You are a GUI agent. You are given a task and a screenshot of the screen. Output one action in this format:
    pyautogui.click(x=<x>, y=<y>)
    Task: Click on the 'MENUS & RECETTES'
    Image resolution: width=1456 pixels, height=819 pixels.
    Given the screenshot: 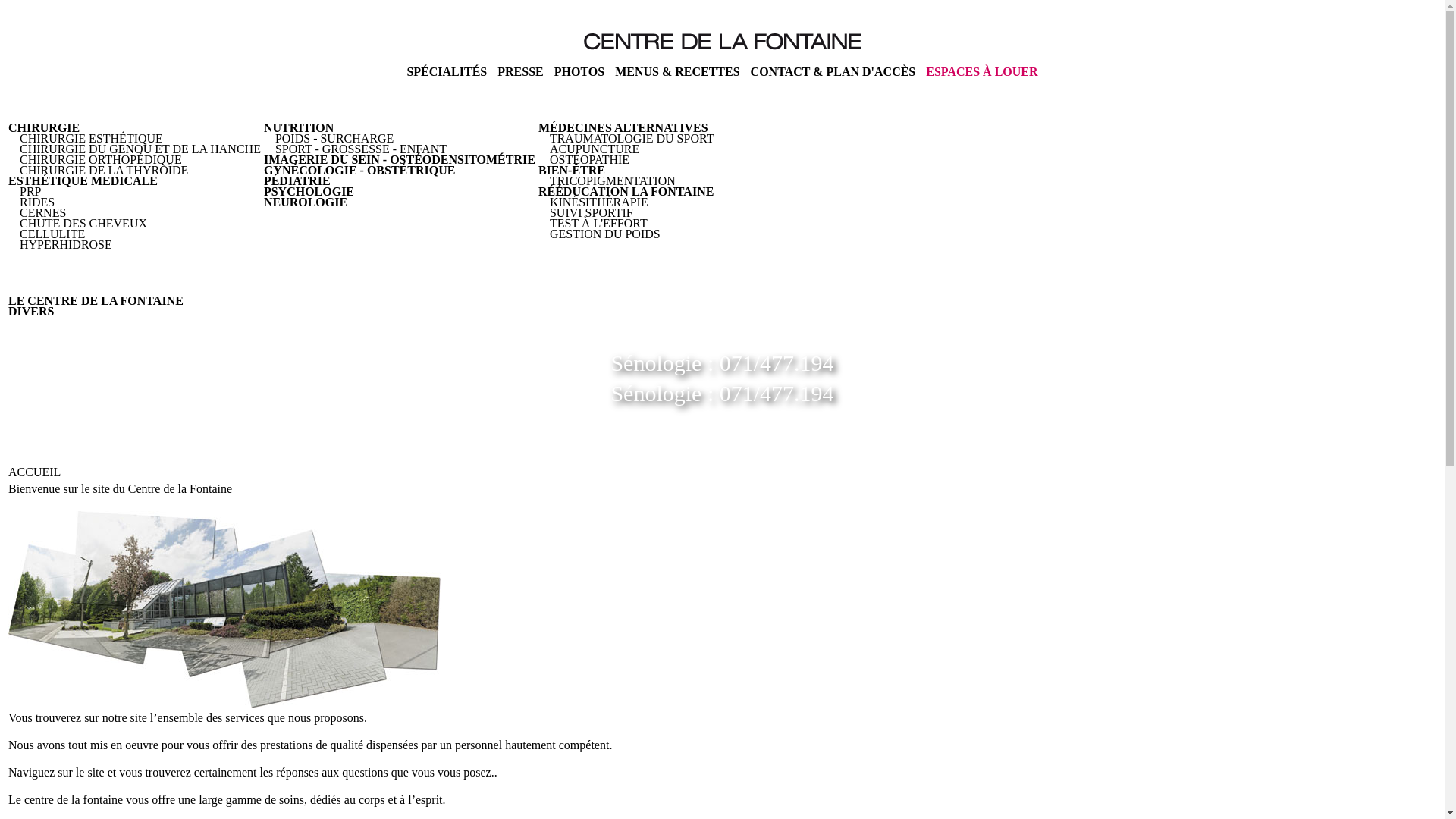 What is the action you would take?
    pyautogui.click(x=676, y=71)
    